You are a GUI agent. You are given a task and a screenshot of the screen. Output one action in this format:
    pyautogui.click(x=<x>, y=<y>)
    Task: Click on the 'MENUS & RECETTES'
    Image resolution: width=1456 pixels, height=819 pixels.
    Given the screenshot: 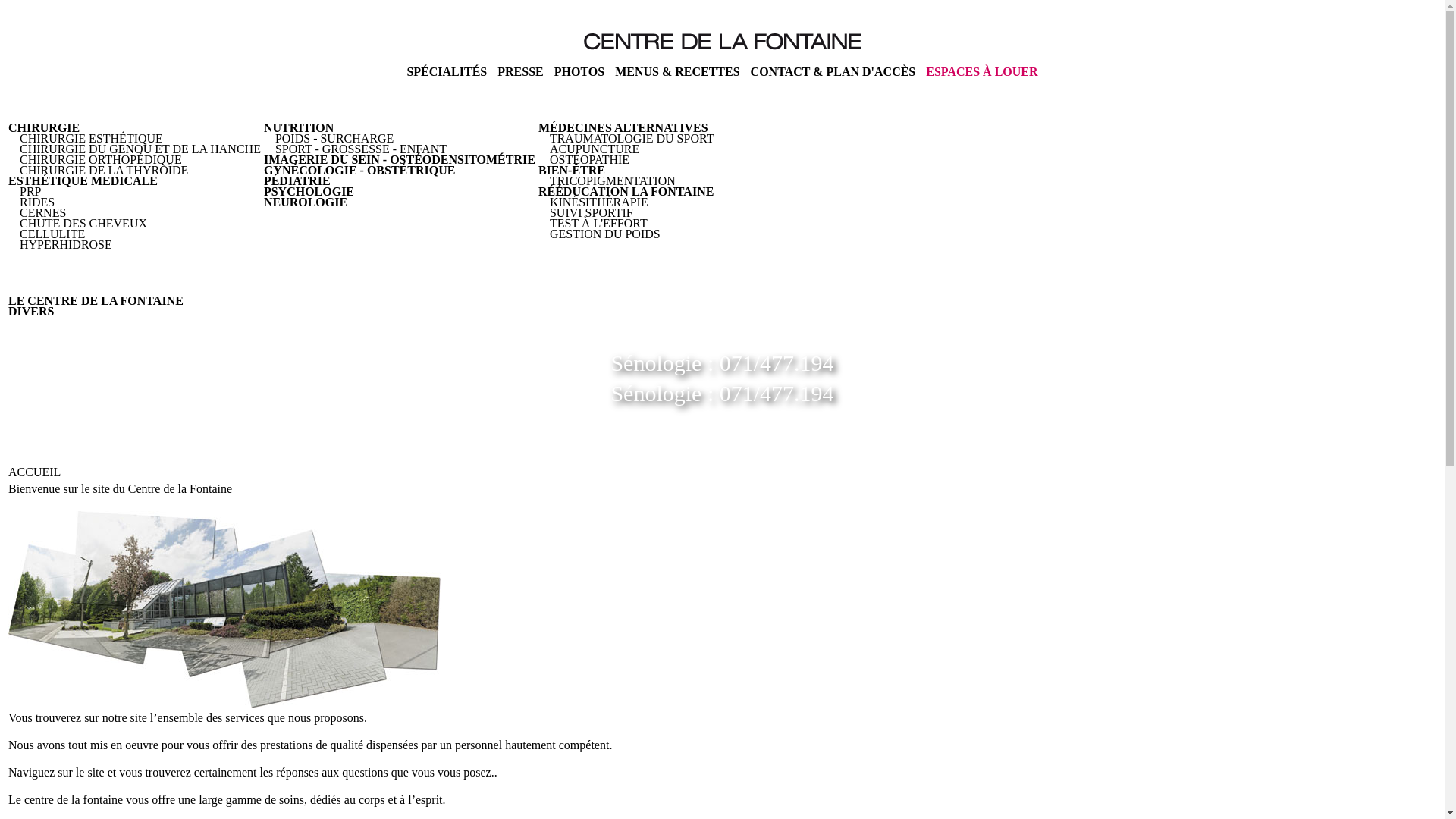 What is the action you would take?
    pyautogui.click(x=676, y=71)
    